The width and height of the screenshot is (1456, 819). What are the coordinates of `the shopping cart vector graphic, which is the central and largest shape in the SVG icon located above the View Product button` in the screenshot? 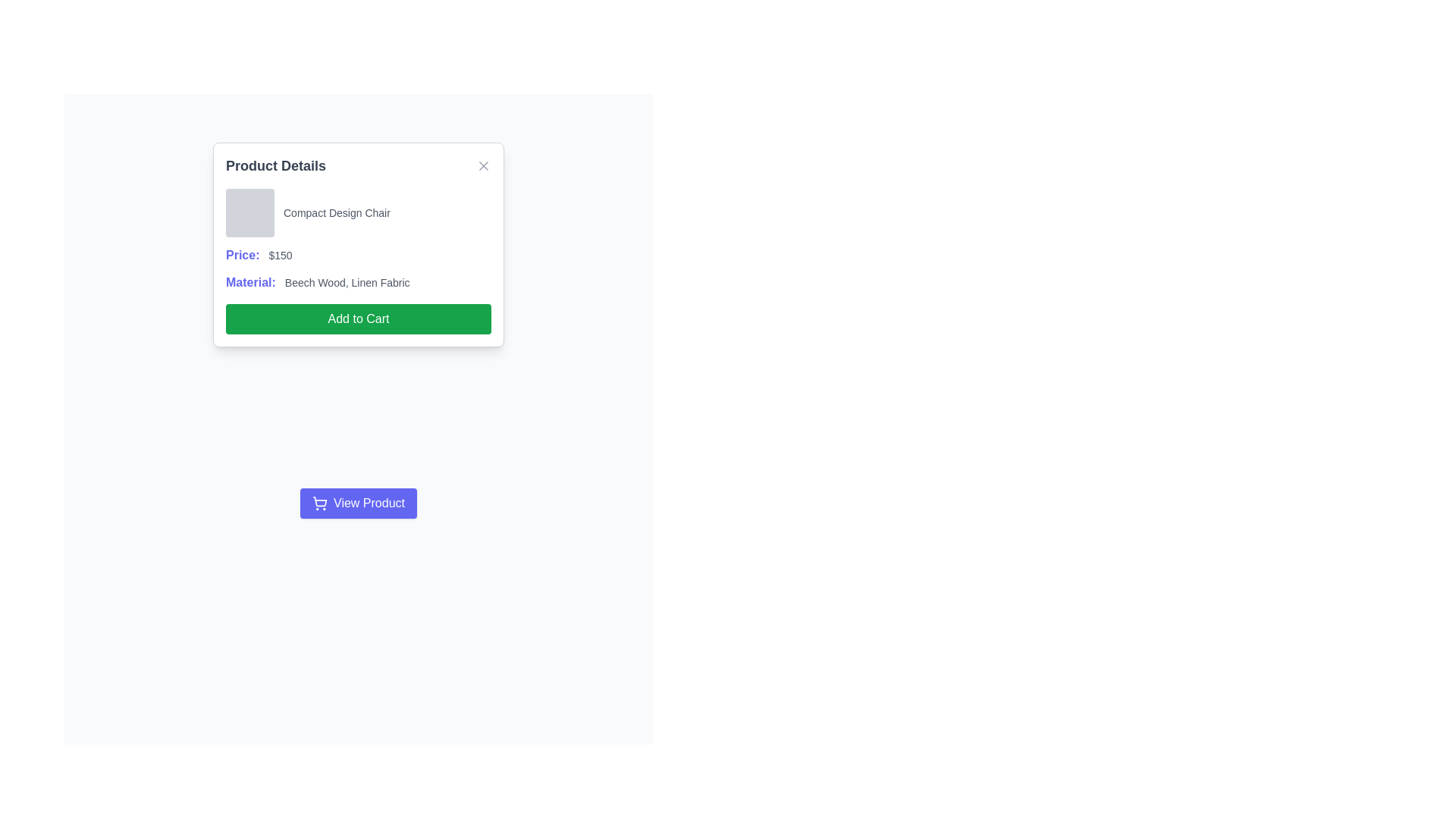 It's located at (319, 501).